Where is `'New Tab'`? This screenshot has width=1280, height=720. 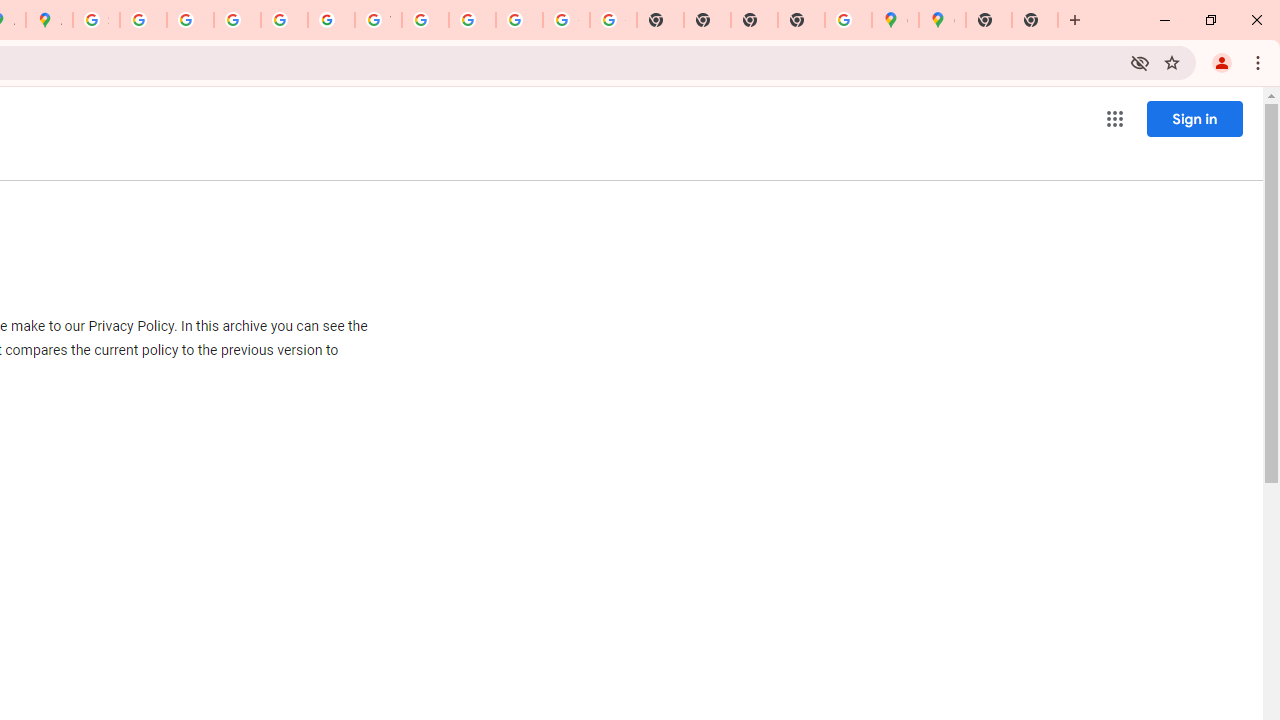
'New Tab' is located at coordinates (989, 20).